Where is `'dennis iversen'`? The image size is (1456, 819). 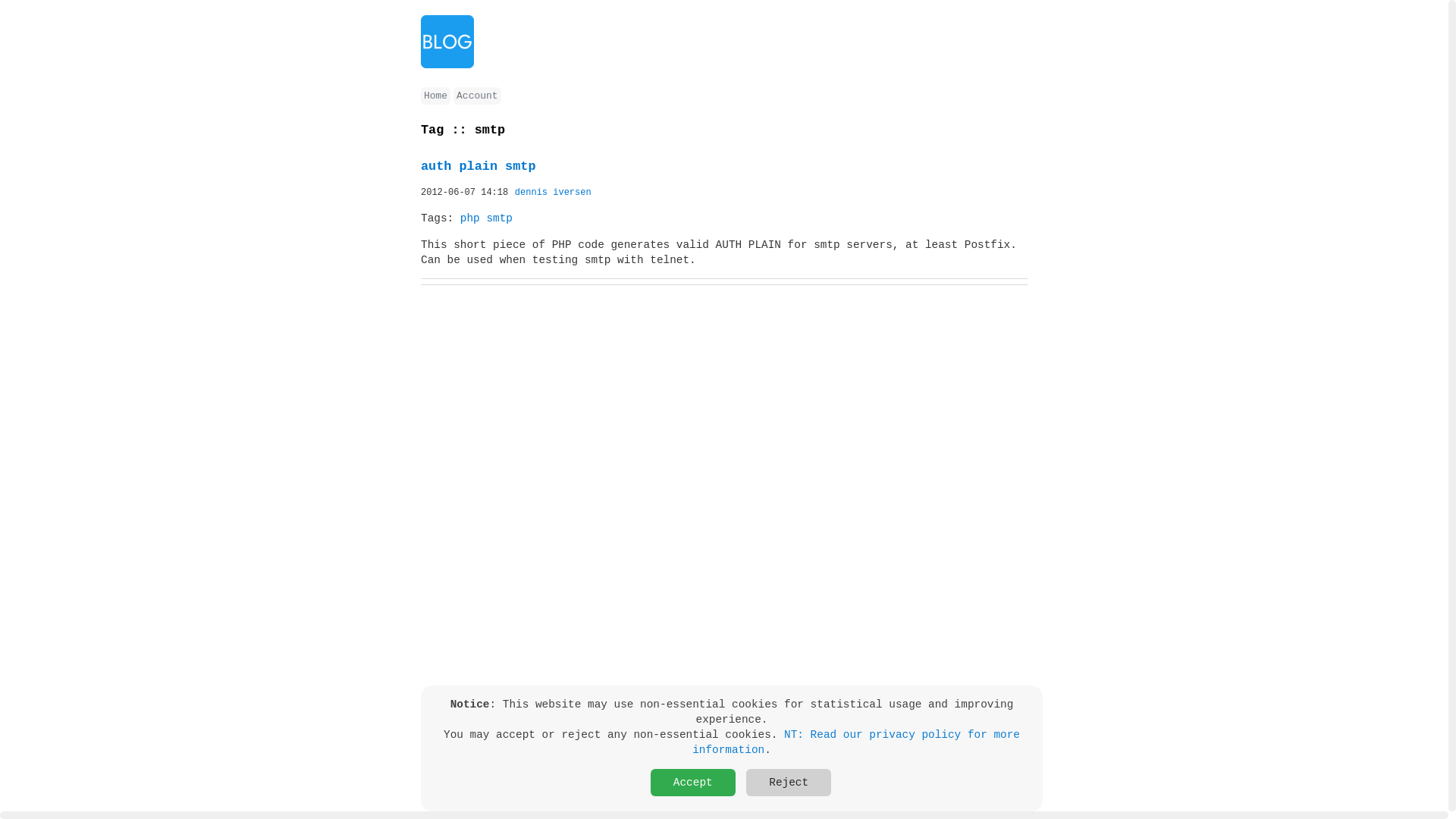
'dennis iversen' is located at coordinates (552, 192).